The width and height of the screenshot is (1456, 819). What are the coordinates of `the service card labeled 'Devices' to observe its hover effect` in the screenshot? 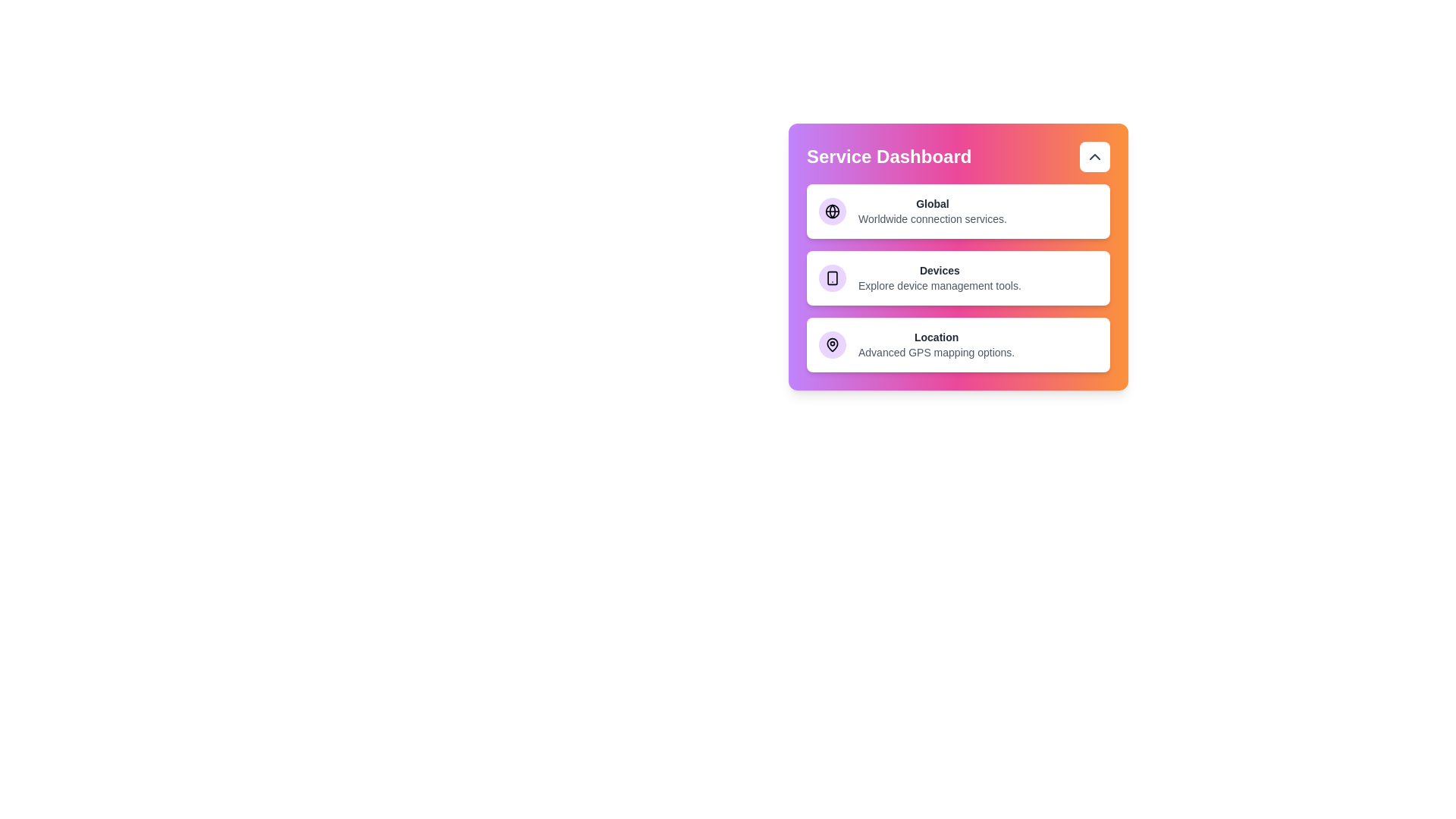 It's located at (957, 278).